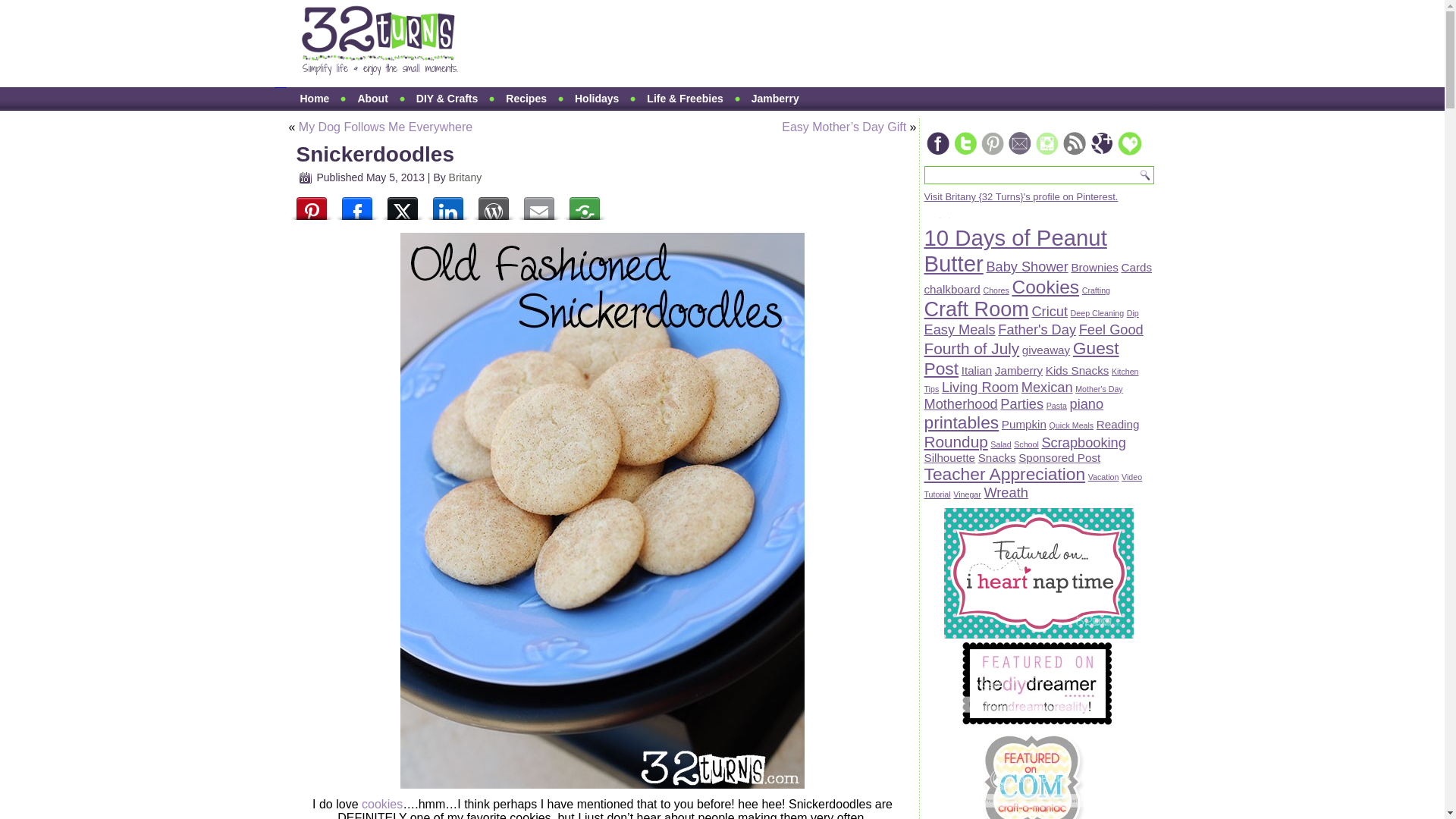 The image size is (1456, 819). I want to click on 'Mother's Day', so click(1099, 388).